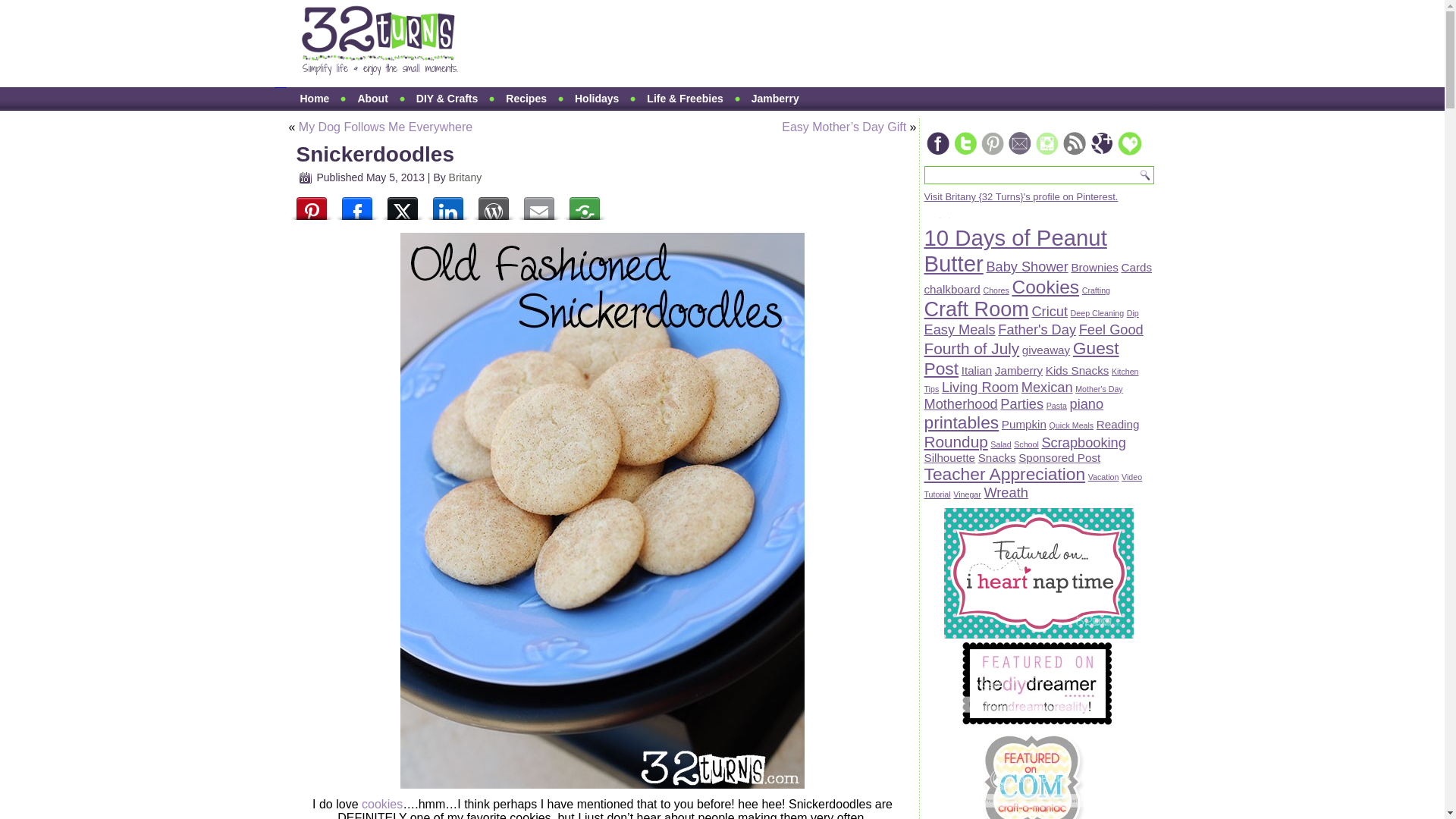 The image size is (1456, 819). I want to click on 'Mother's Day', so click(1099, 388).